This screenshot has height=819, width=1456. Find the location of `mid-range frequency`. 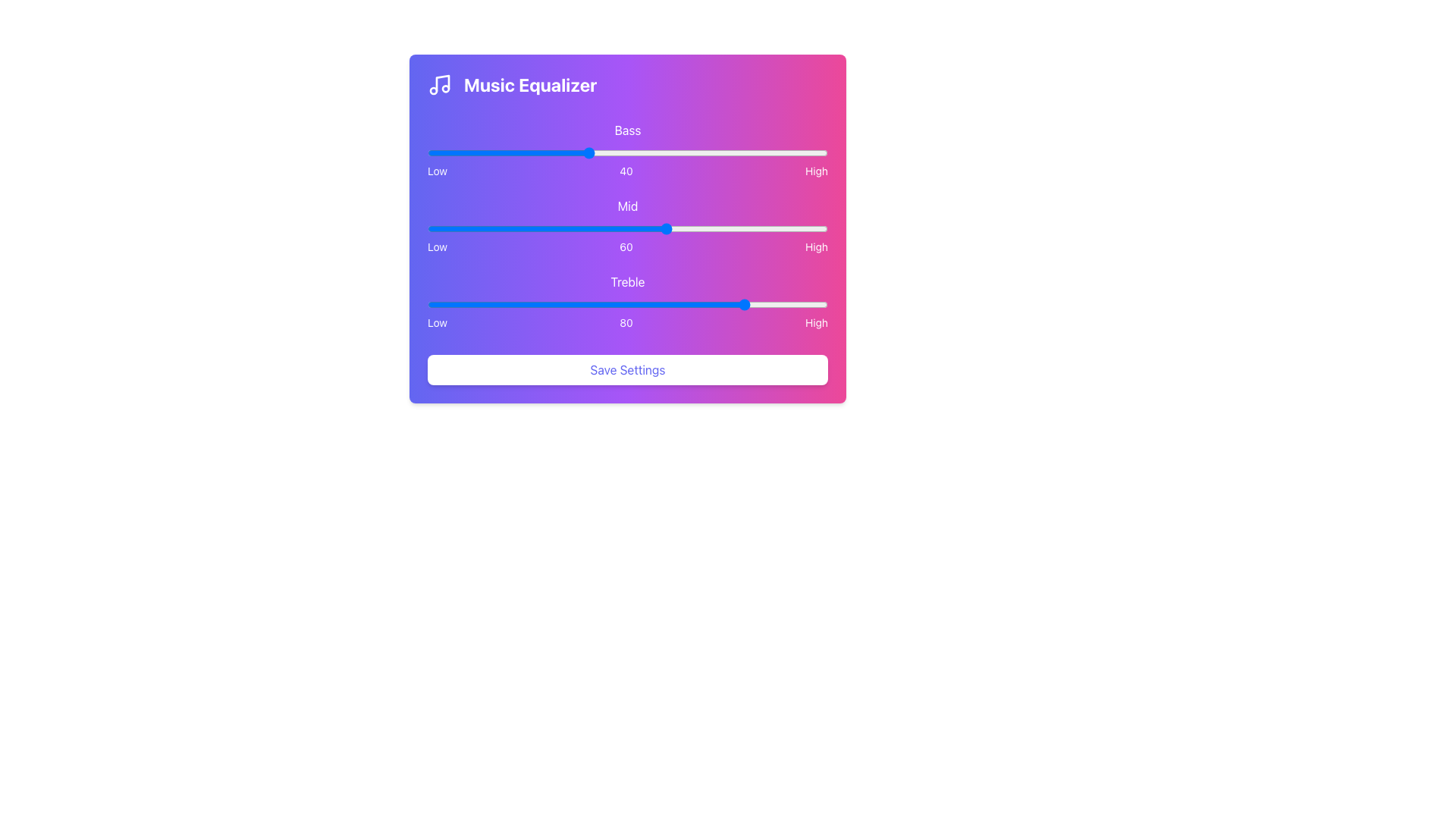

mid-range frequency is located at coordinates (566, 228).